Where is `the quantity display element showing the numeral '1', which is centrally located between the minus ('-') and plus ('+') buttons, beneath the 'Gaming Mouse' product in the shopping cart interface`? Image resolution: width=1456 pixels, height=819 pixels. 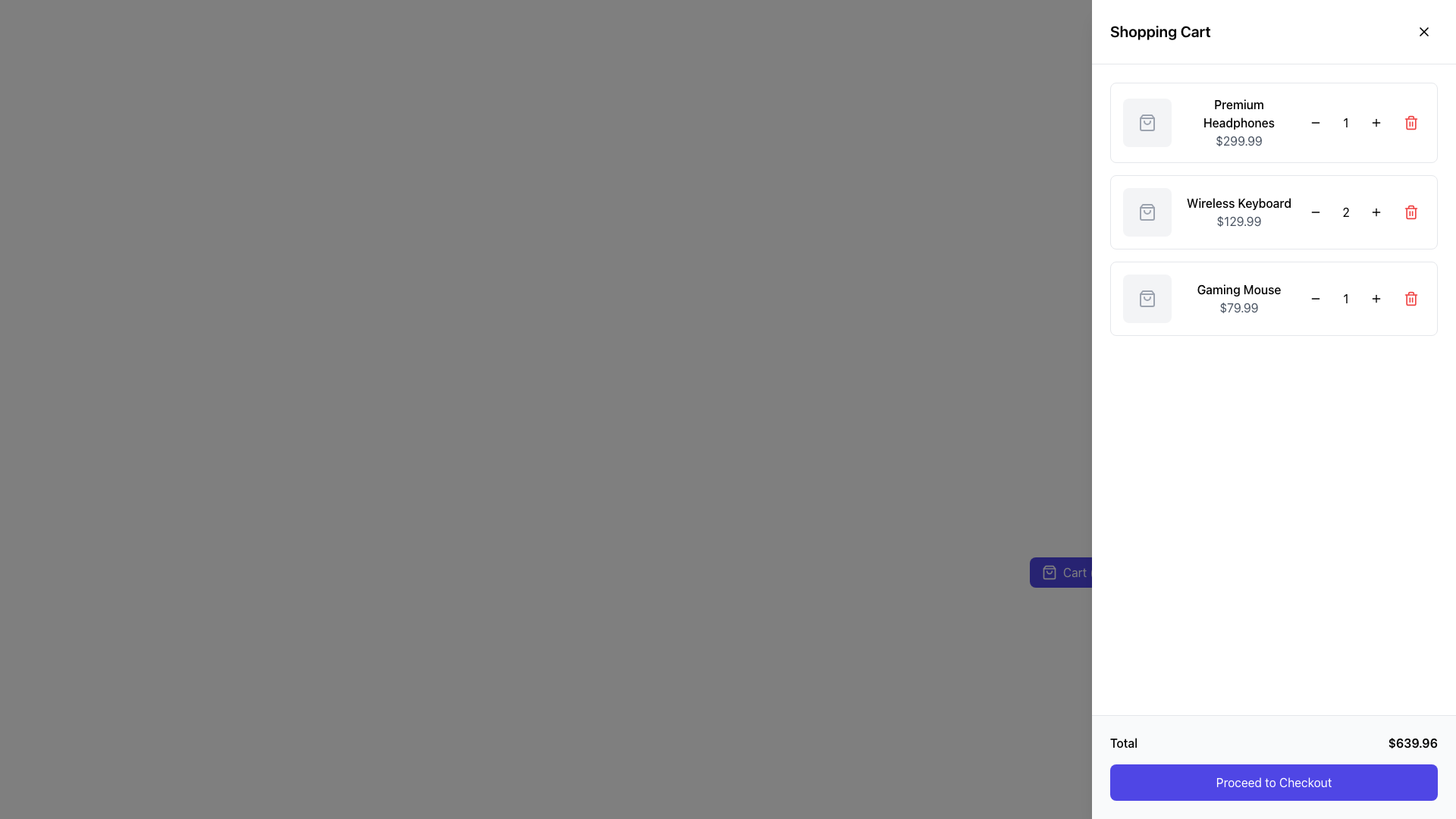 the quantity display element showing the numeral '1', which is centrally located between the minus ('-') and plus ('+') buttons, beneath the 'Gaming Mouse' product in the shopping cart interface is located at coordinates (1346, 298).